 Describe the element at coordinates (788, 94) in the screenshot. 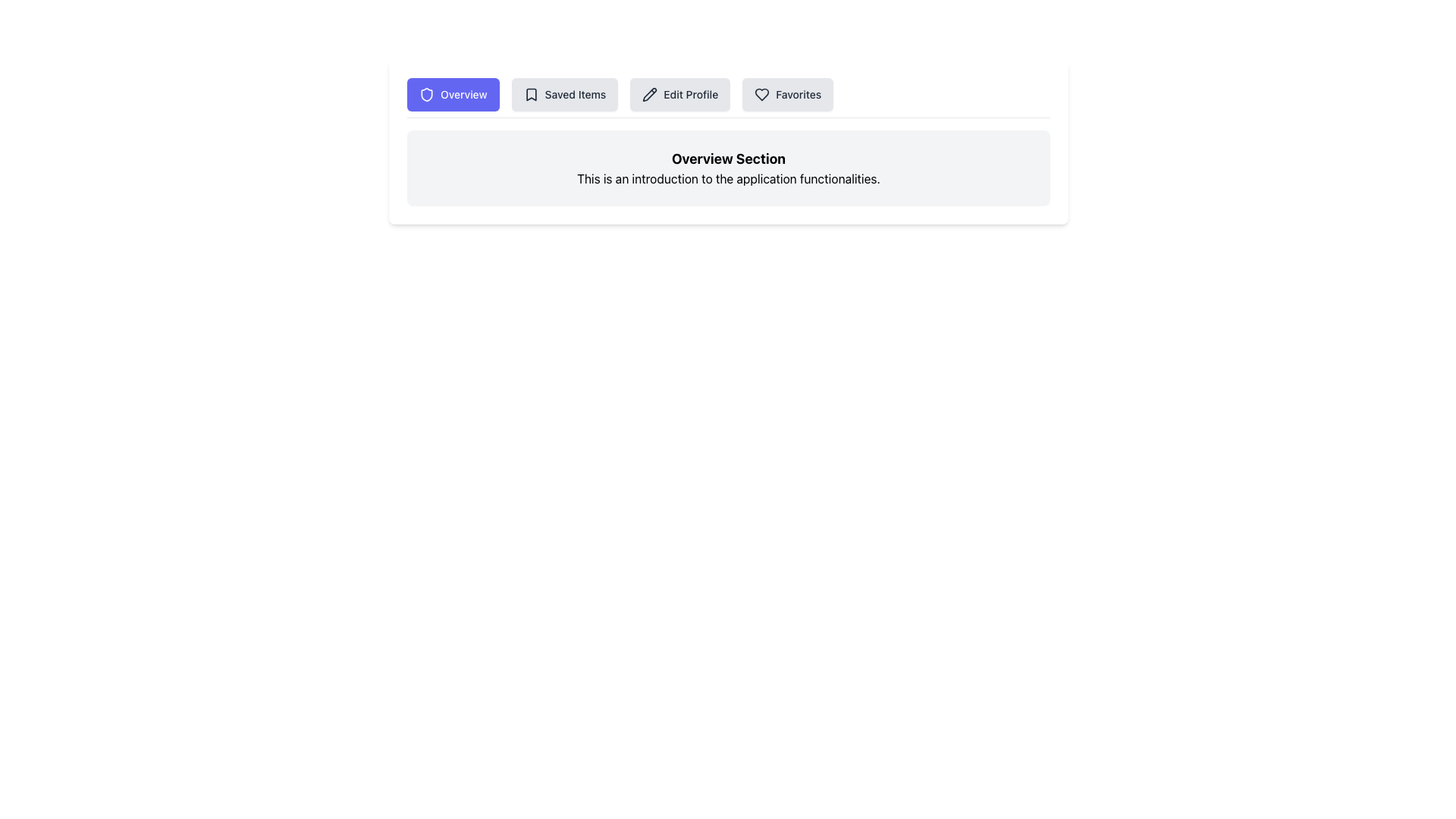

I see `the 'Favorites' button, which is characterized by a heart icon and rounded appearance` at that location.